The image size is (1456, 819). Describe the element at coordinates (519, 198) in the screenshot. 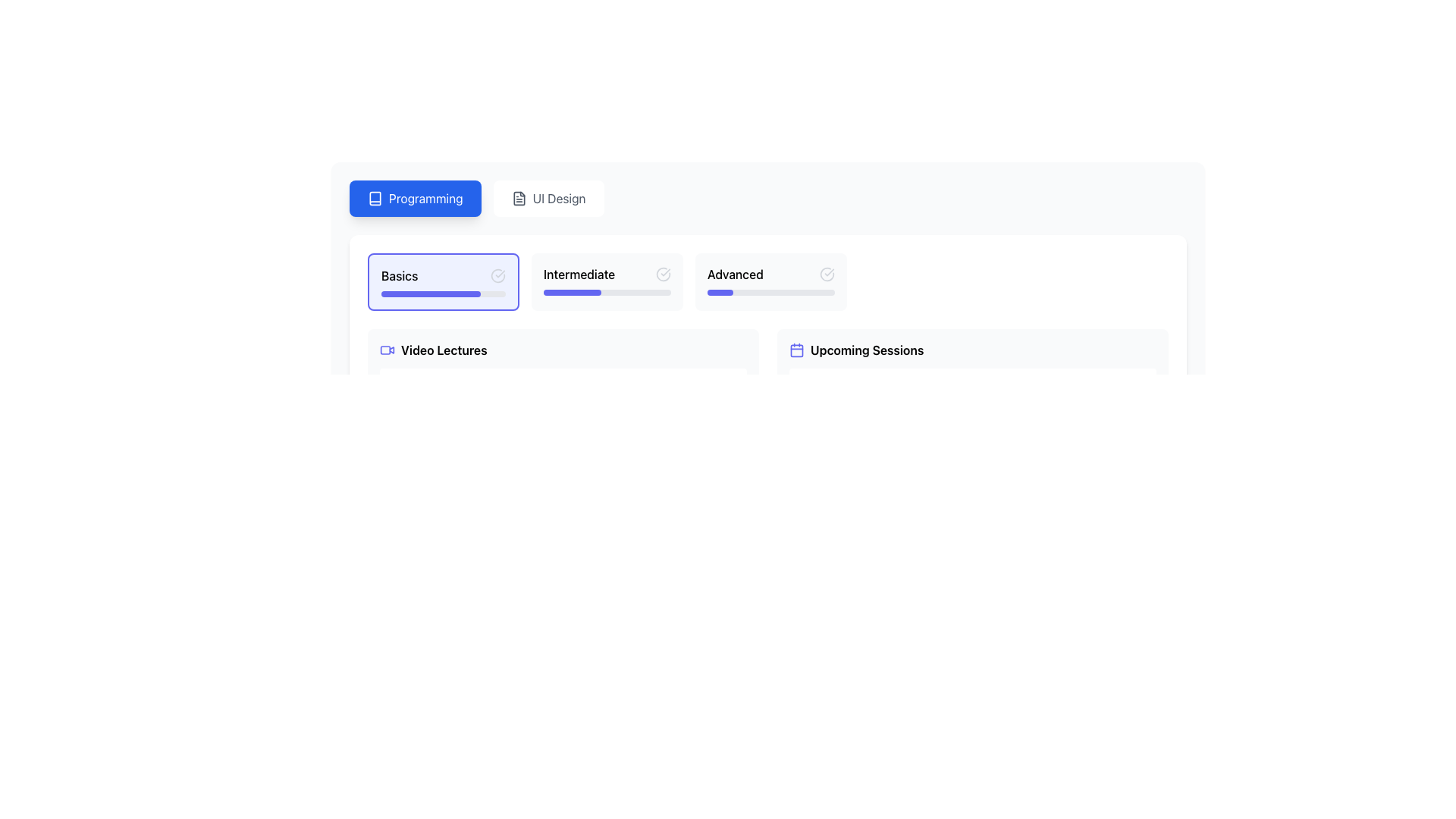

I see `the document or file icon located in the top-right section of the interface, adjacent to the 'UI Design' button` at that location.